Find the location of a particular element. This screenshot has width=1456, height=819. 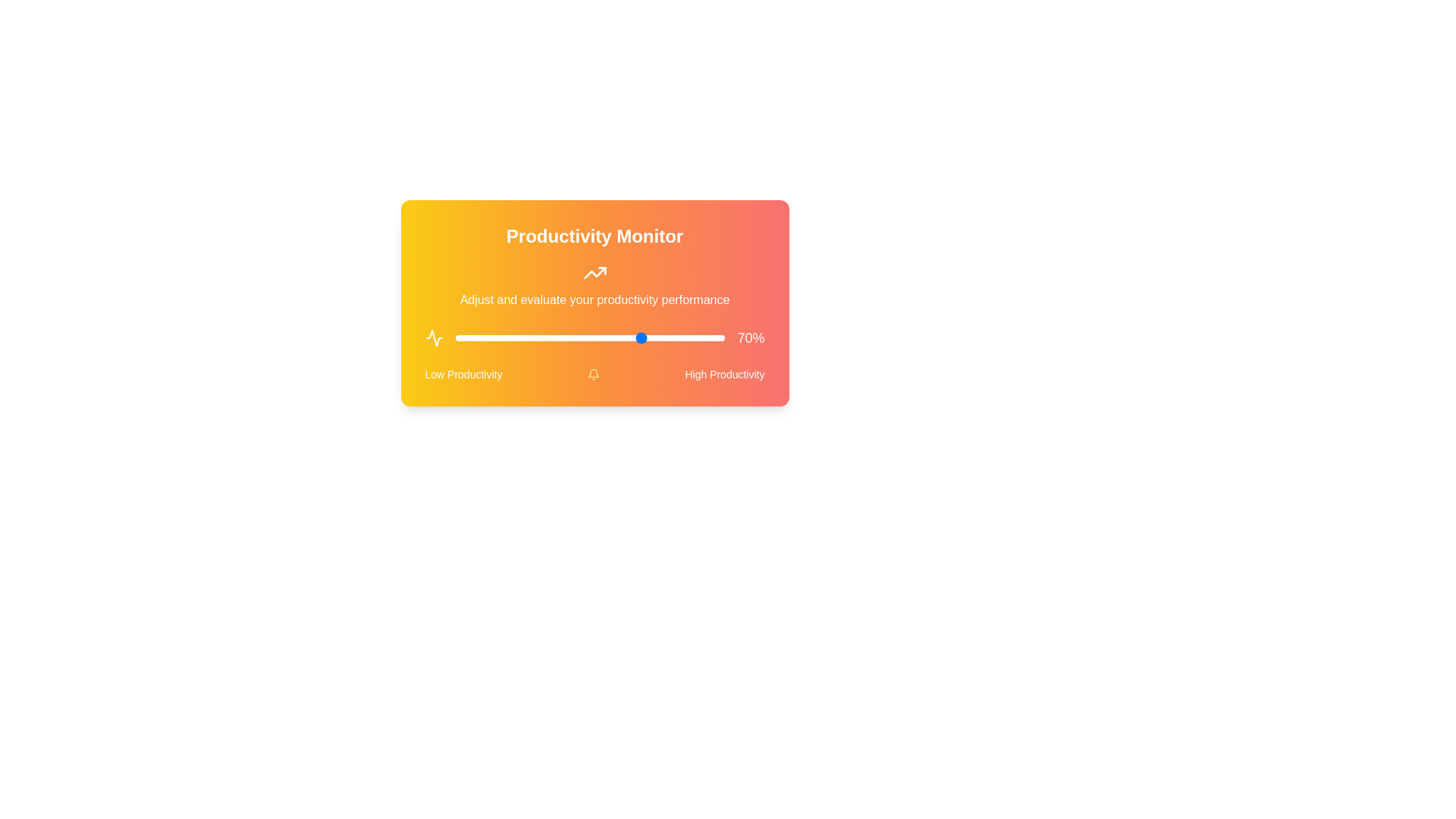

the textual label 'Low Productivity' to access additional information is located at coordinates (462, 374).